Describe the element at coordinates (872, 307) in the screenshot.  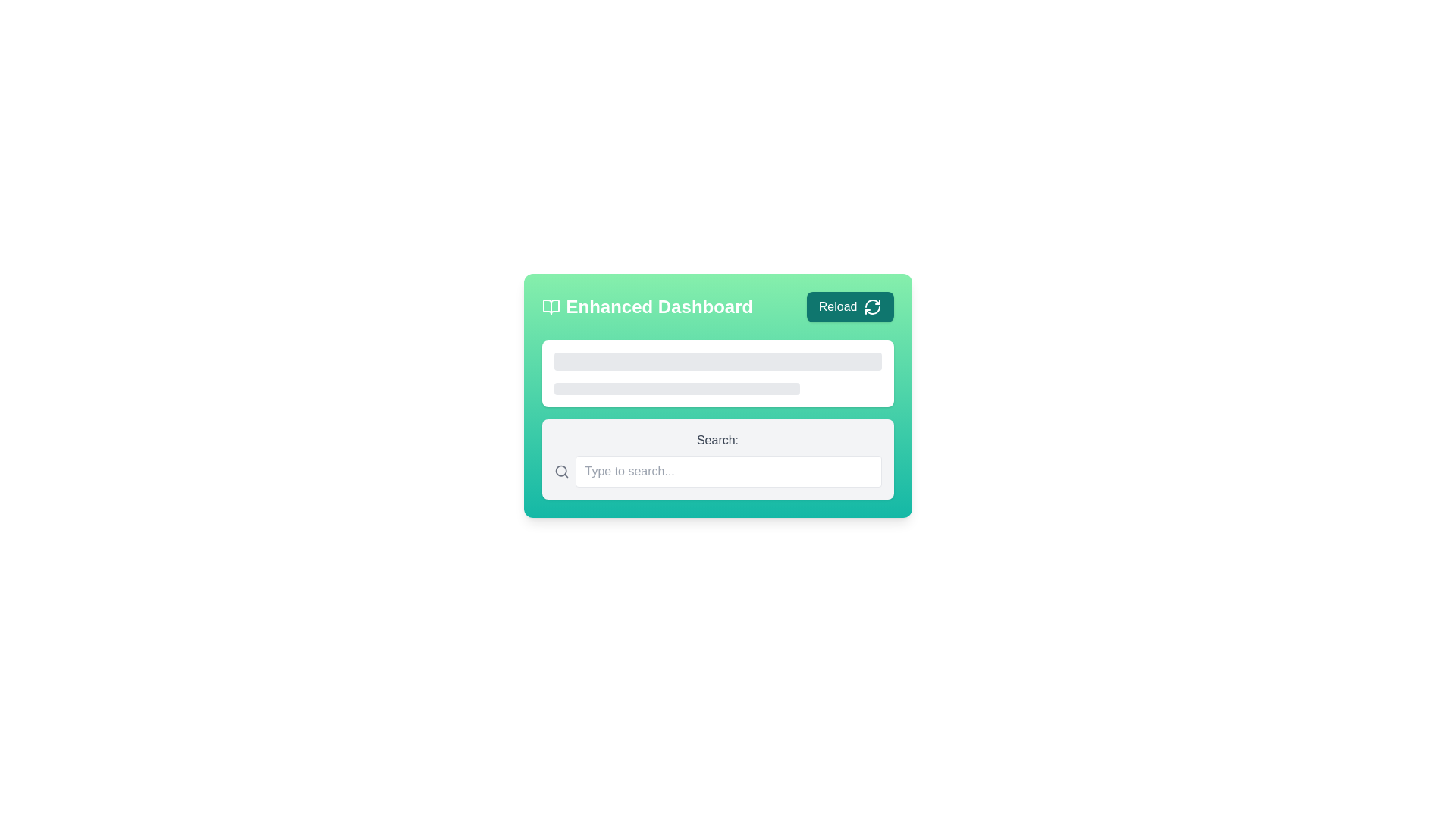
I see `the refresh icon within the 'Reload' button, which has a teal background and is located in the top-right corner of the application interface` at that location.